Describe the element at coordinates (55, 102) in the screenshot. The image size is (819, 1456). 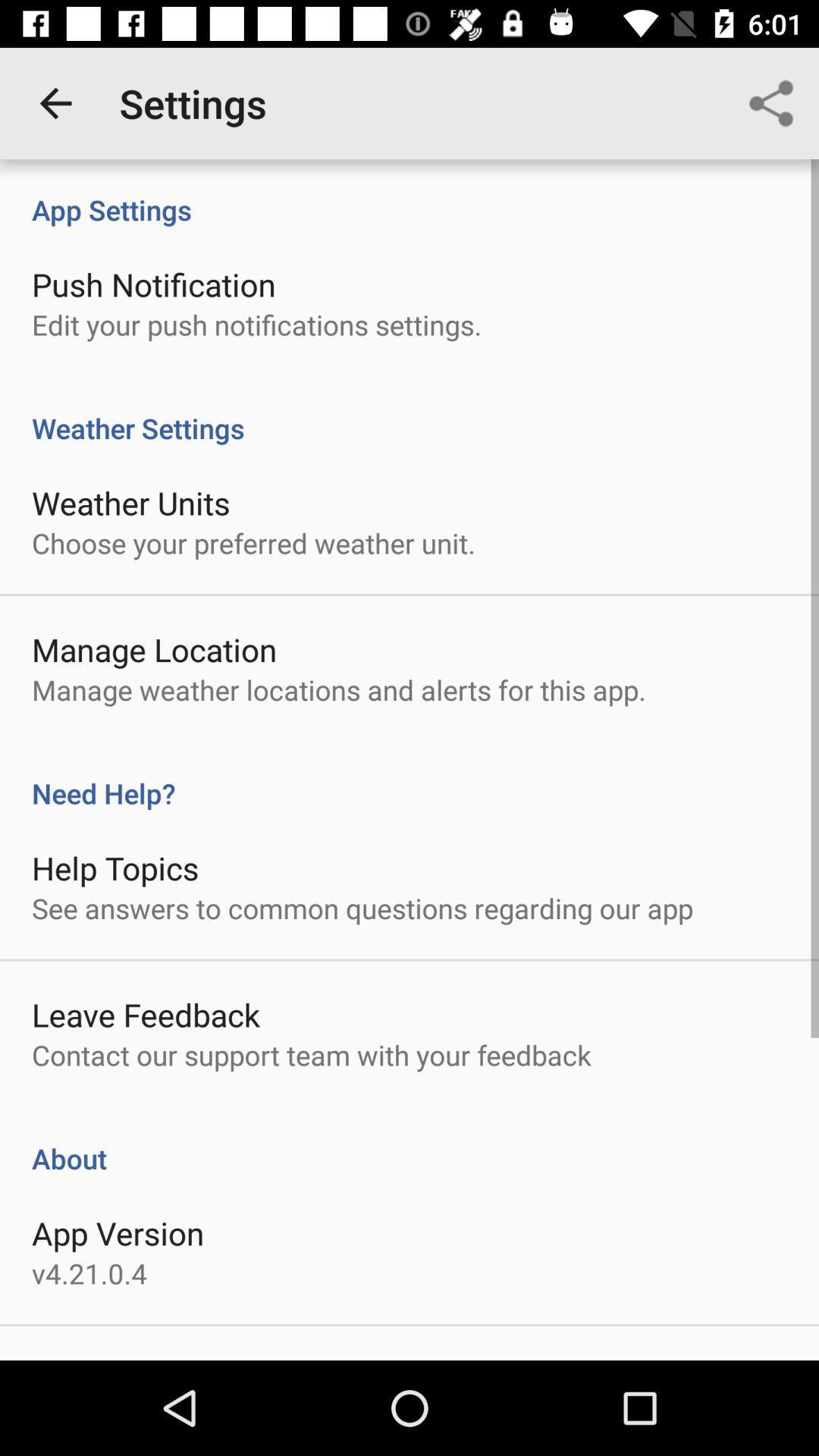
I see `the app to the left of settings  app` at that location.